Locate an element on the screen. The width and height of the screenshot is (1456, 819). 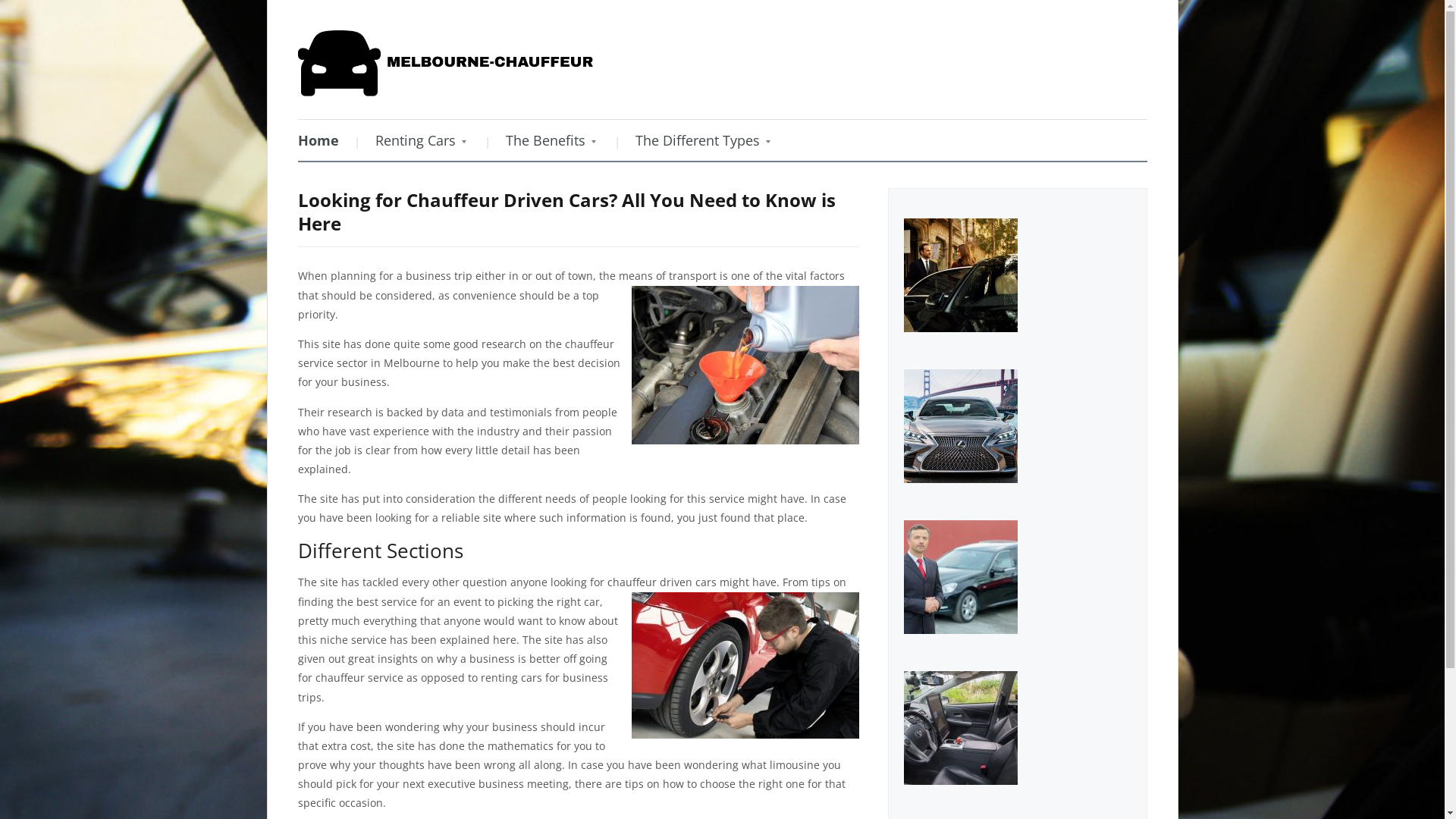
'Home' is located at coordinates (297, 140).